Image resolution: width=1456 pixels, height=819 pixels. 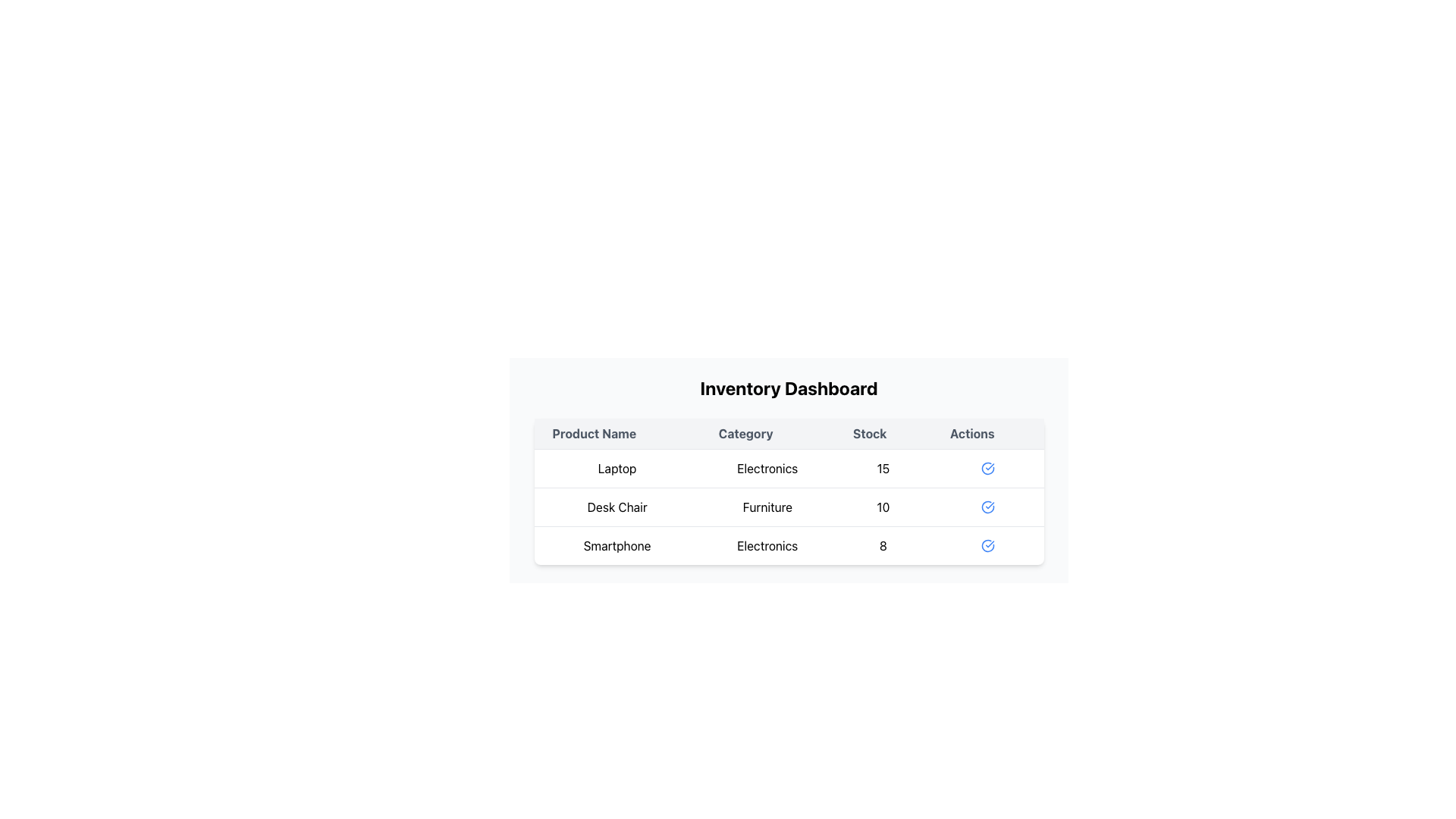 What do you see at coordinates (987, 507) in the screenshot?
I see `the confirmation icon in the 'Actions' column of the 'Desk Chair' row` at bounding box center [987, 507].